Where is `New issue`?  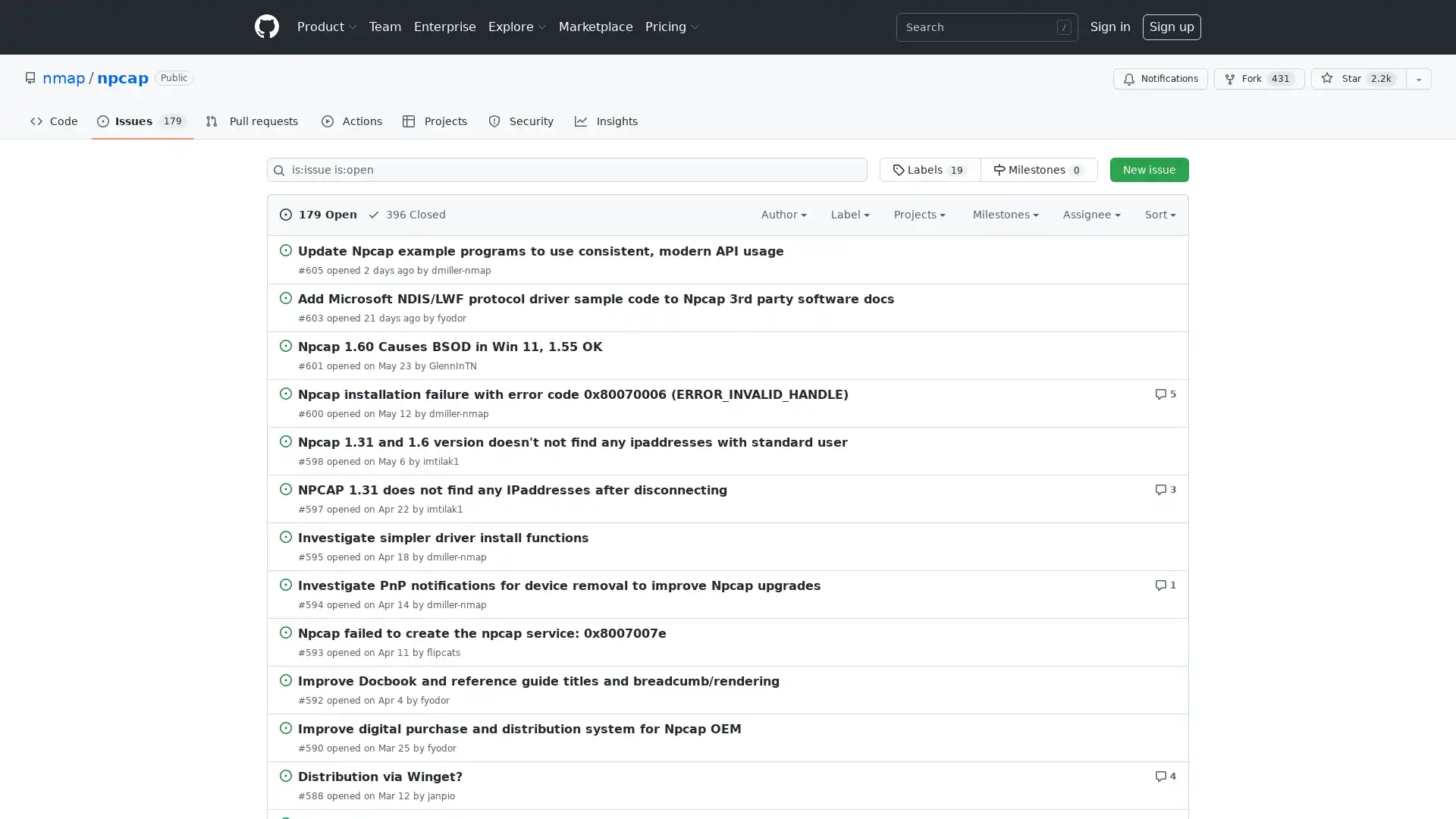
New issue is located at coordinates (1150, 169).